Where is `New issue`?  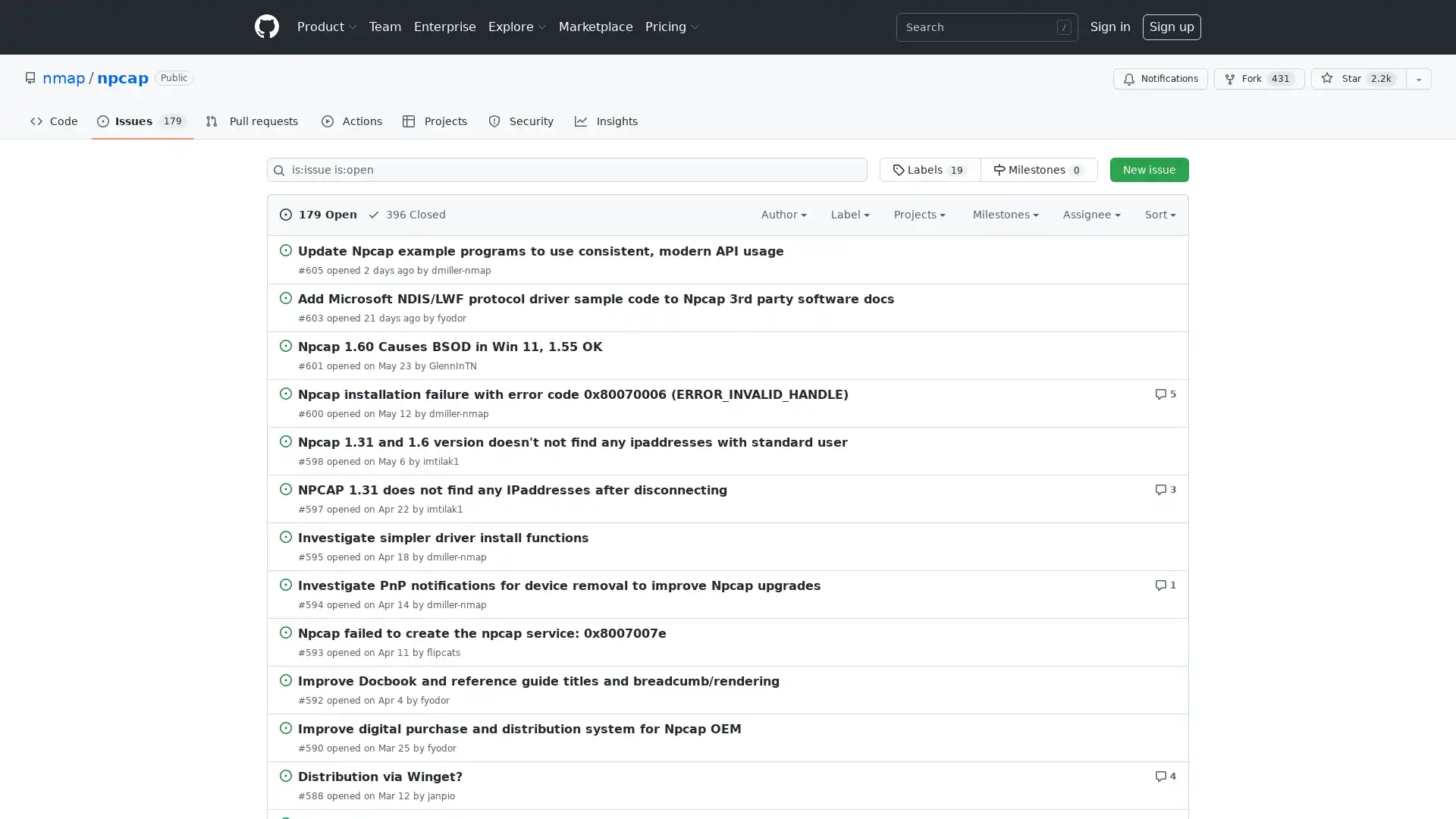
New issue is located at coordinates (1150, 169).